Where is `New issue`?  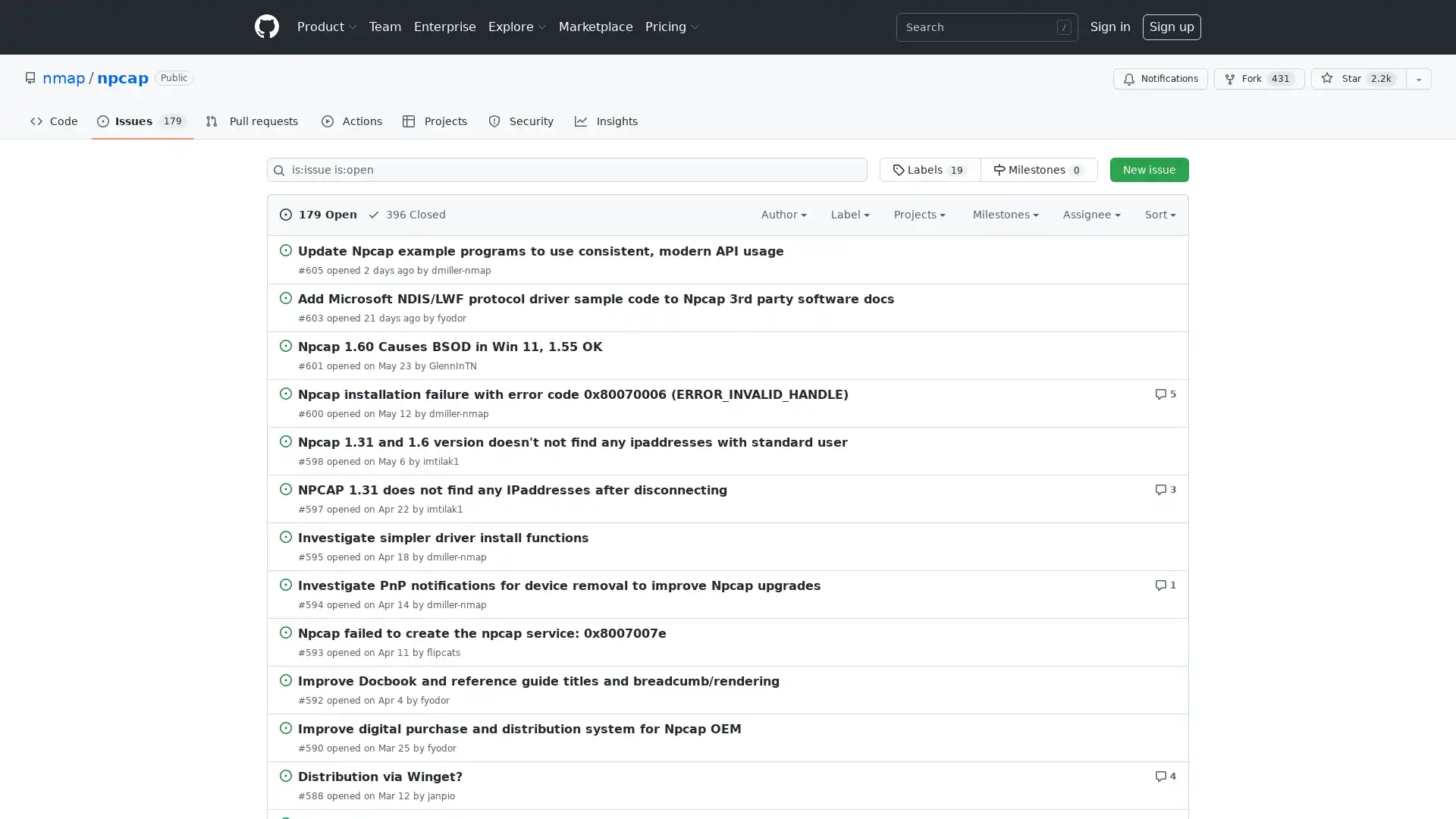
New issue is located at coordinates (1150, 169).